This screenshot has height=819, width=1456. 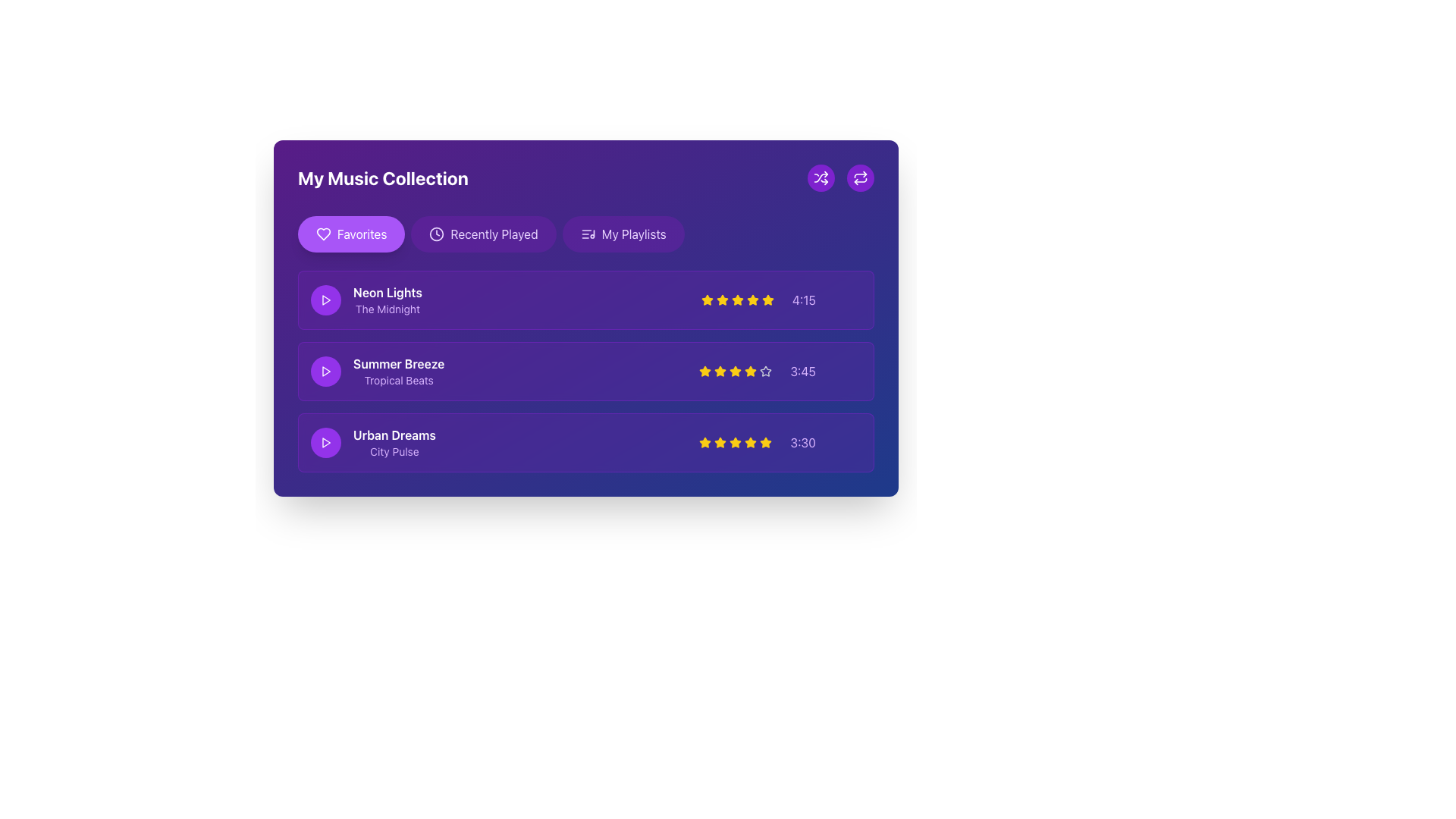 I want to click on the third star in the five-star rating display for the 'Urban Dreams' item in the music selection interface, so click(x=736, y=442).